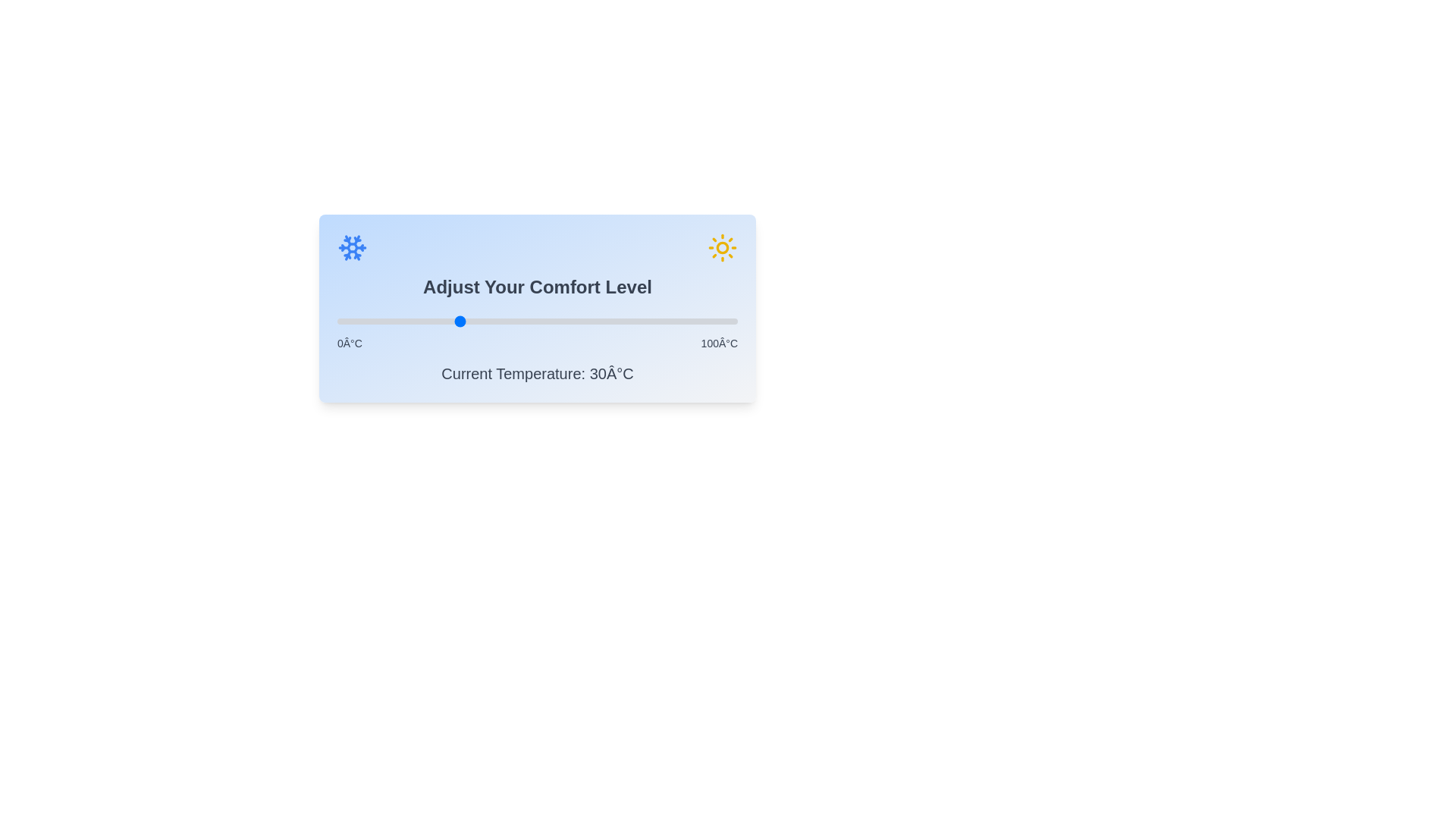  Describe the element at coordinates (722, 247) in the screenshot. I see `the sun icon to interact with it` at that location.